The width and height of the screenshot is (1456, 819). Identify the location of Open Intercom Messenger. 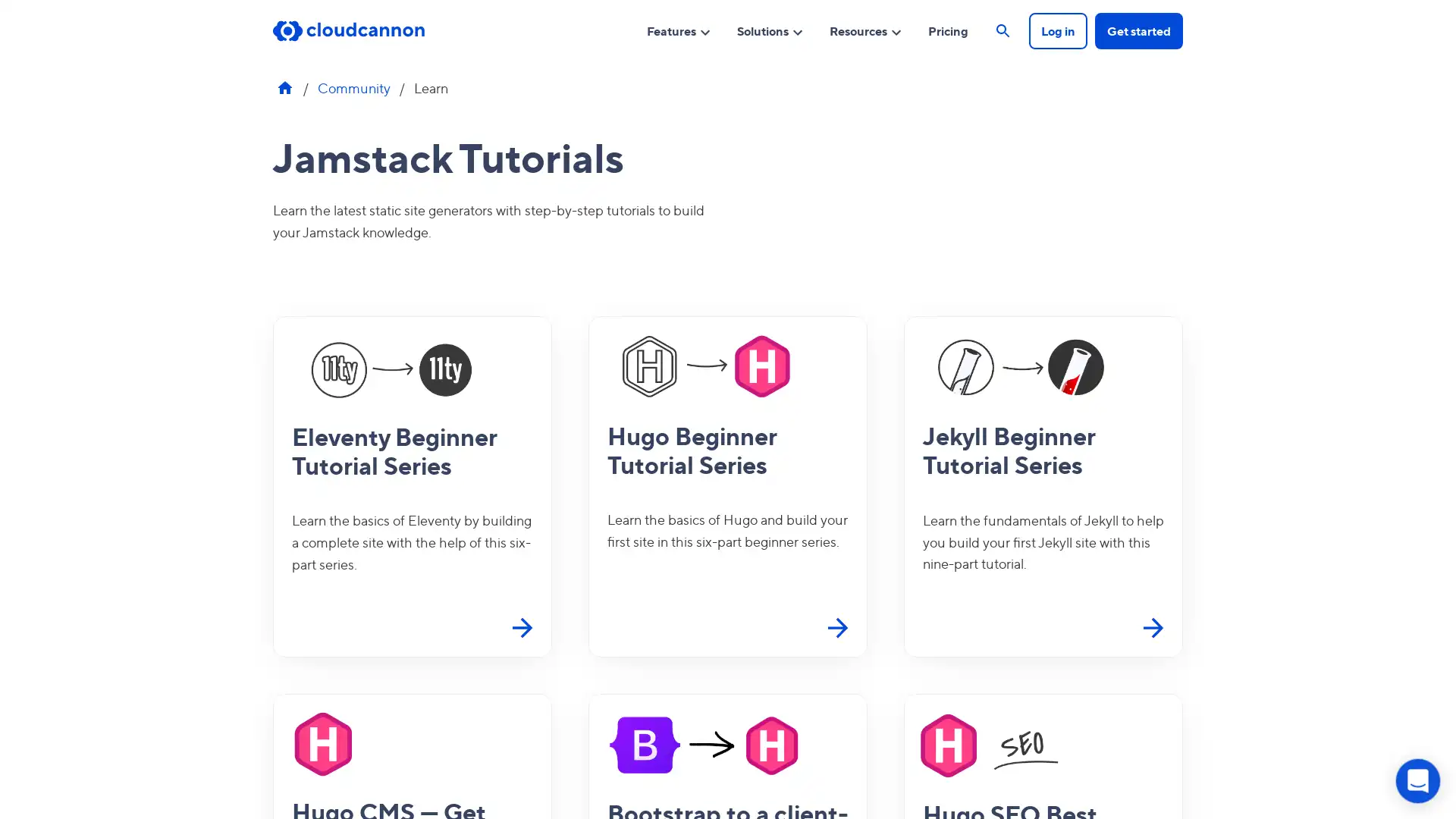
(1417, 780).